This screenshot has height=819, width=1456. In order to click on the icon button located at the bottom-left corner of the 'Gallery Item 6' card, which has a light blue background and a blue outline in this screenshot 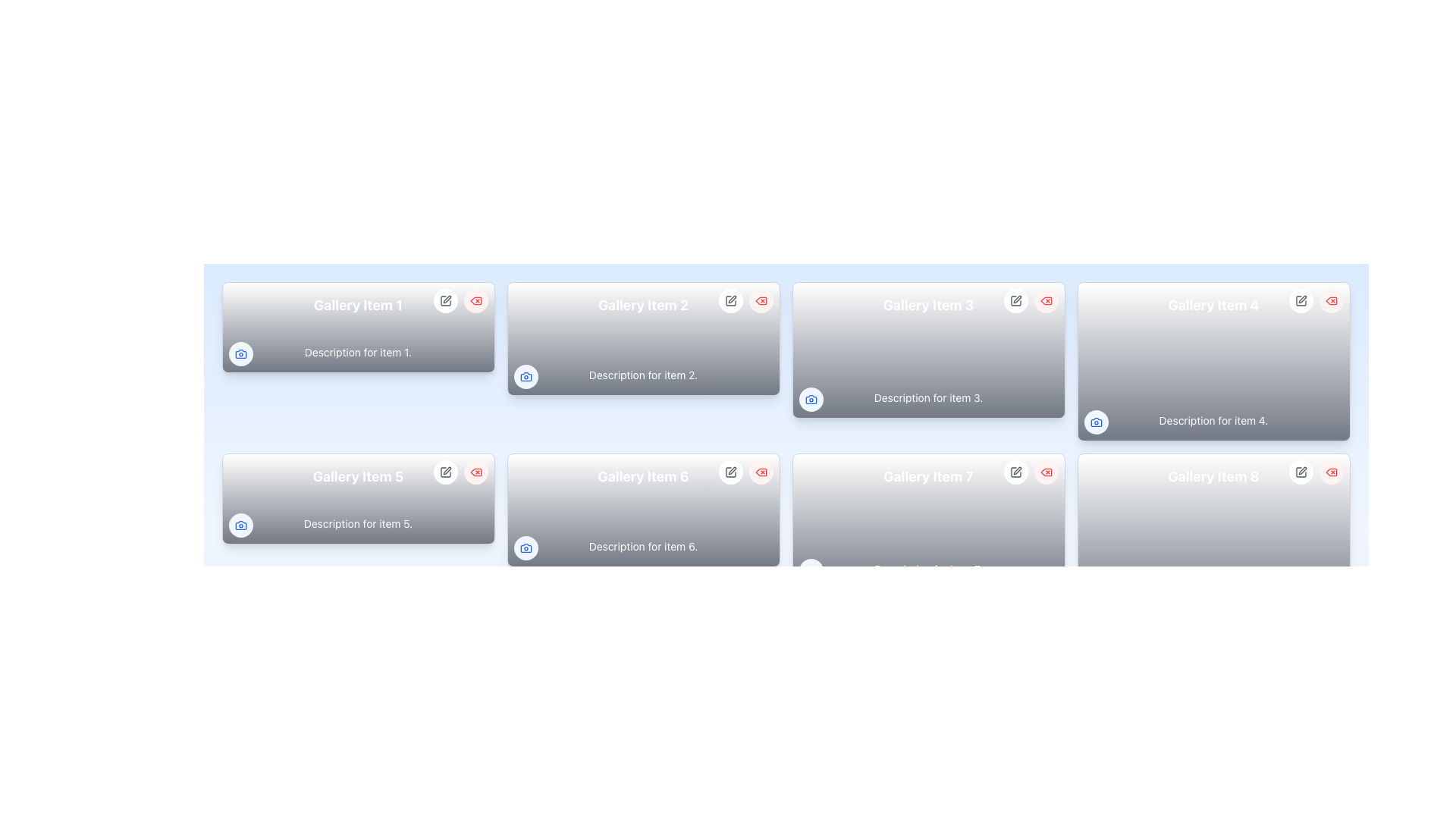, I will do `click(526, 548)`.